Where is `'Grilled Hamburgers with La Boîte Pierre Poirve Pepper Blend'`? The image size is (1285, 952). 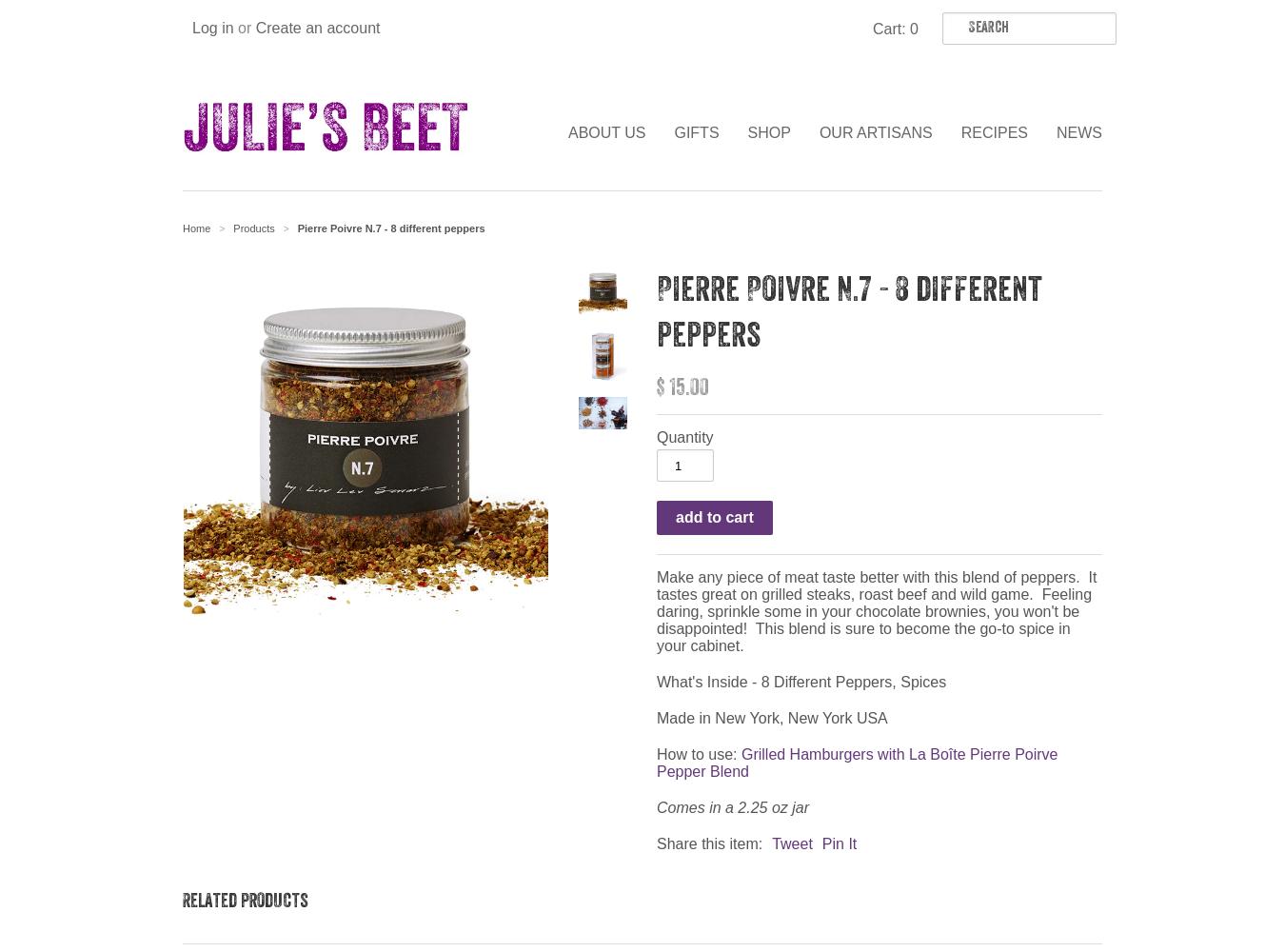 'Grilled Hamburgers with La Boîte Pierre Poirve Pepper Blend' is located at coordinates (655, 763).